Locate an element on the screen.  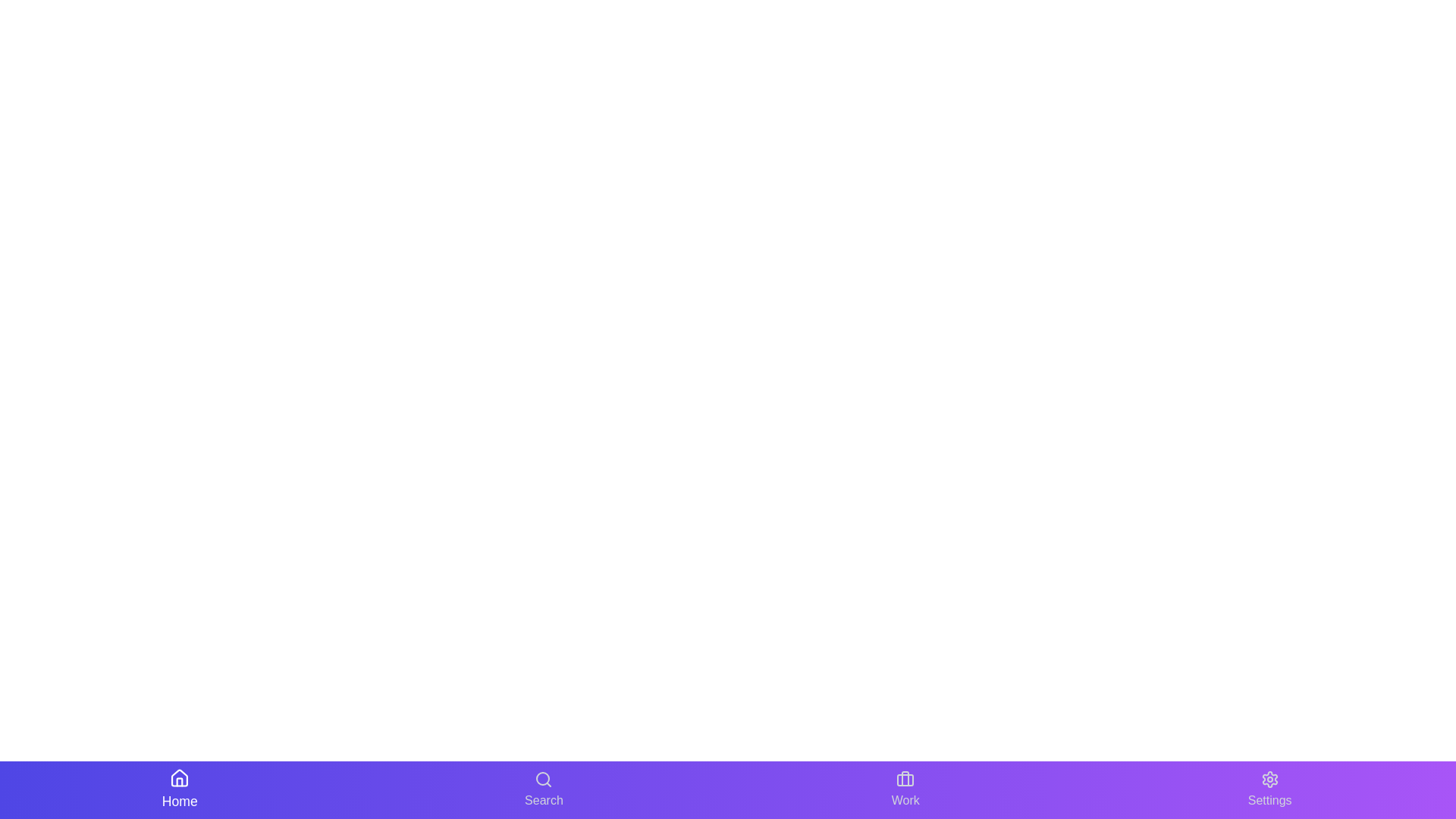
the Home button to navigate to the respective section is located at coordinates (180, 789).